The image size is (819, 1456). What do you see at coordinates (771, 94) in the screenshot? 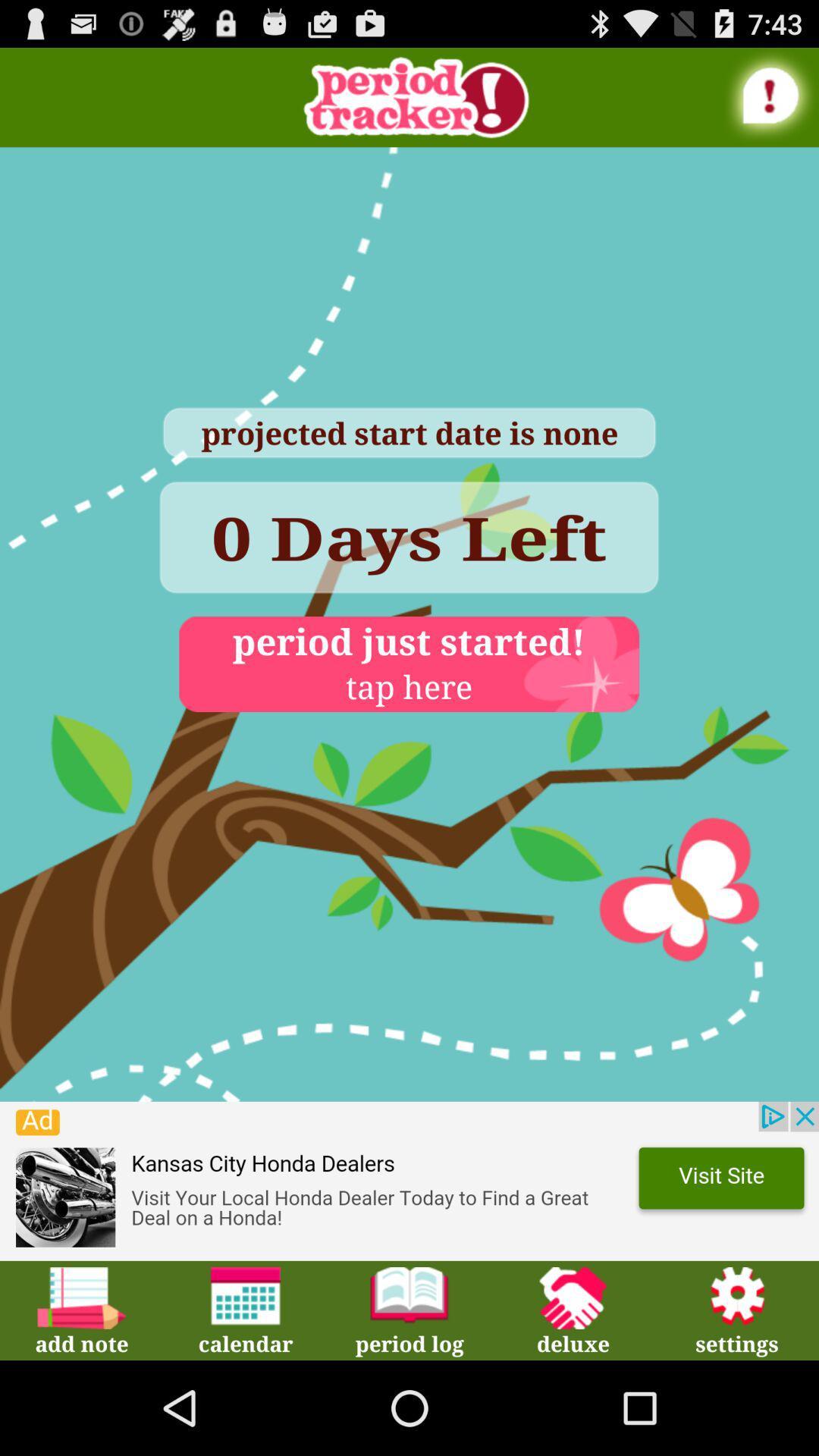
I see `see alert` at bounding box center [771, 94].